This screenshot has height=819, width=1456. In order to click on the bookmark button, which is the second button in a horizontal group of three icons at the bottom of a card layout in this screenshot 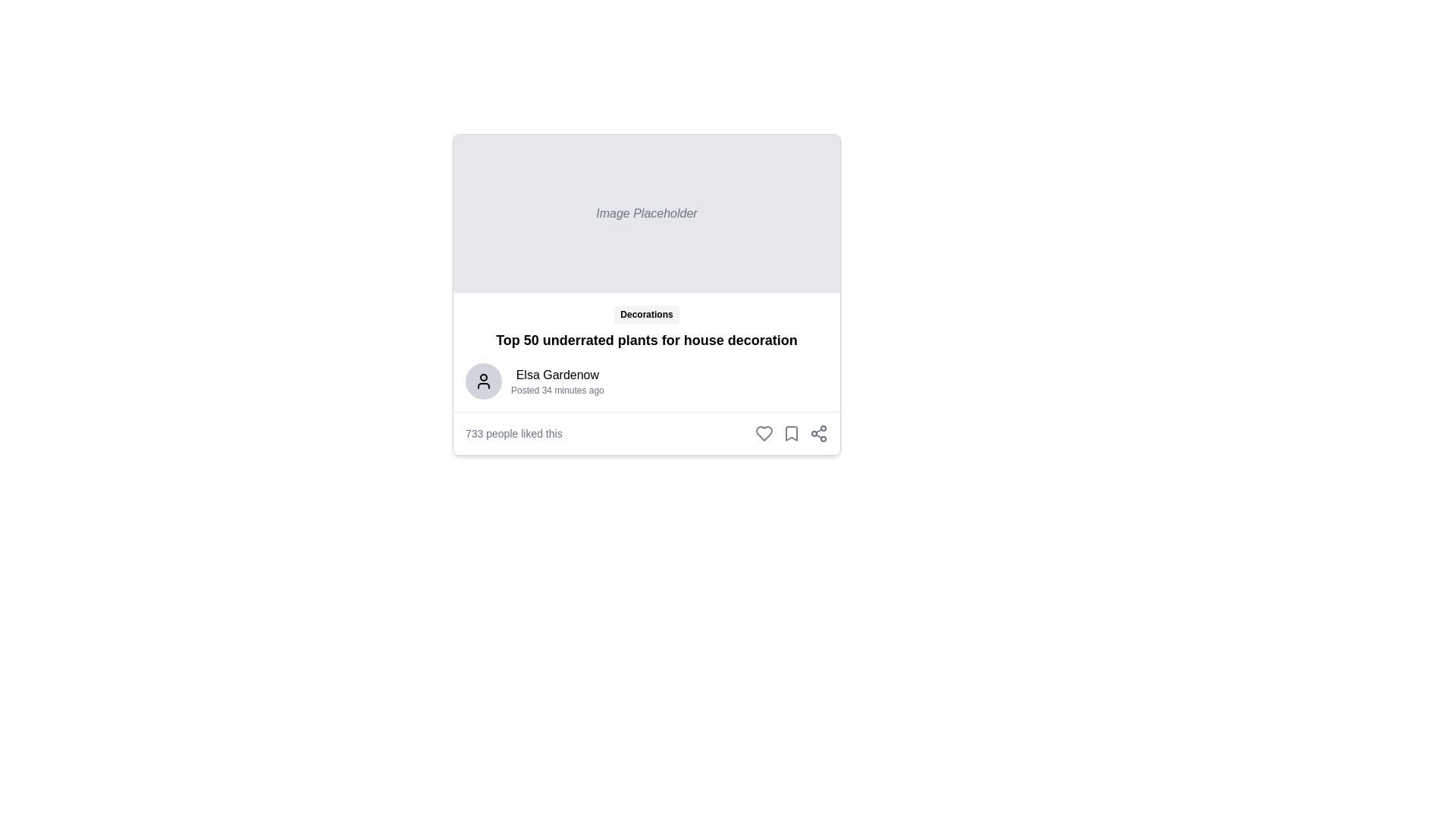, I will do `click(790, 433)`.